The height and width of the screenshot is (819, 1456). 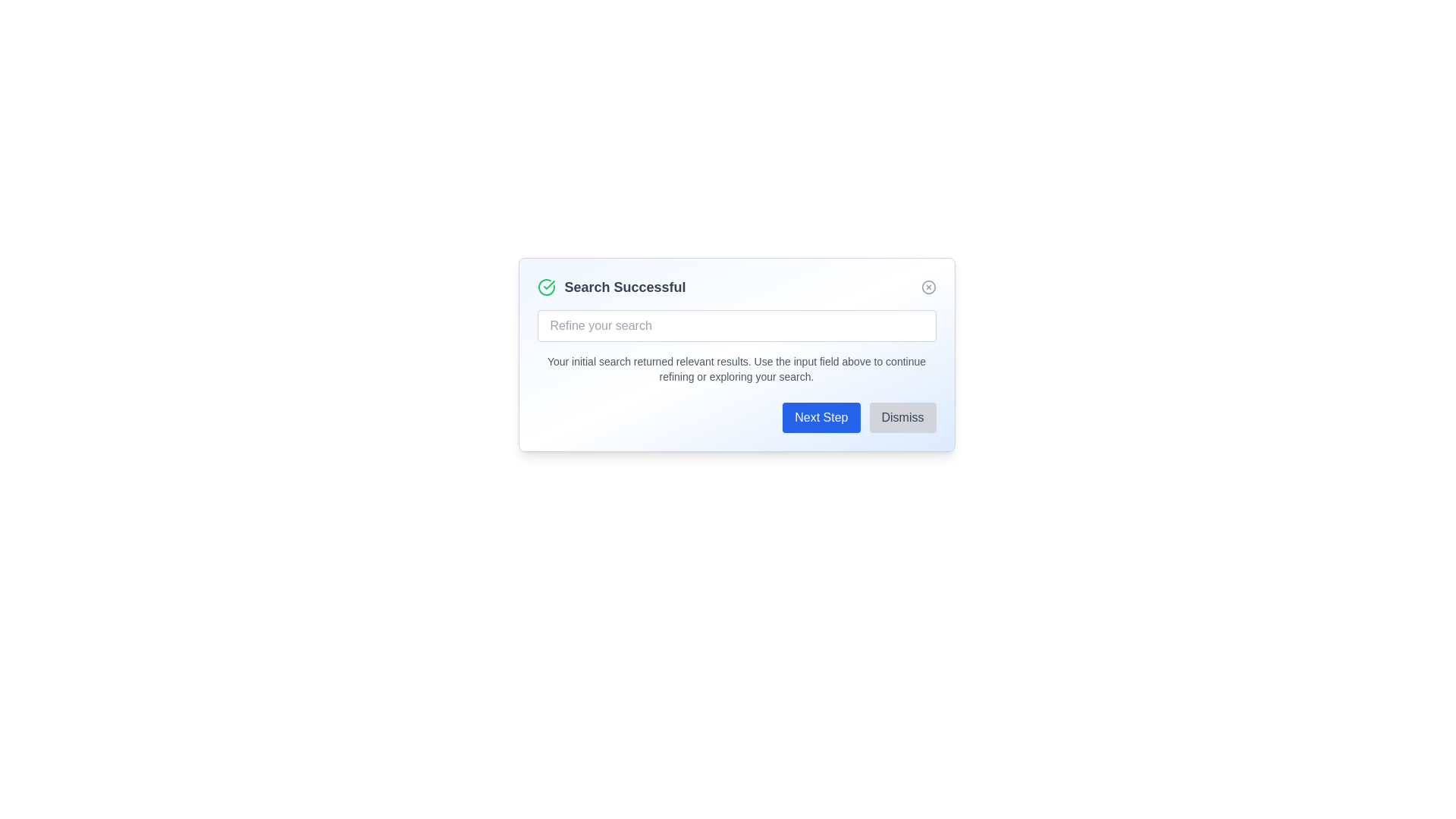 I want to click on the text 'Search Successful' to select it, so click(x=736, y=287).